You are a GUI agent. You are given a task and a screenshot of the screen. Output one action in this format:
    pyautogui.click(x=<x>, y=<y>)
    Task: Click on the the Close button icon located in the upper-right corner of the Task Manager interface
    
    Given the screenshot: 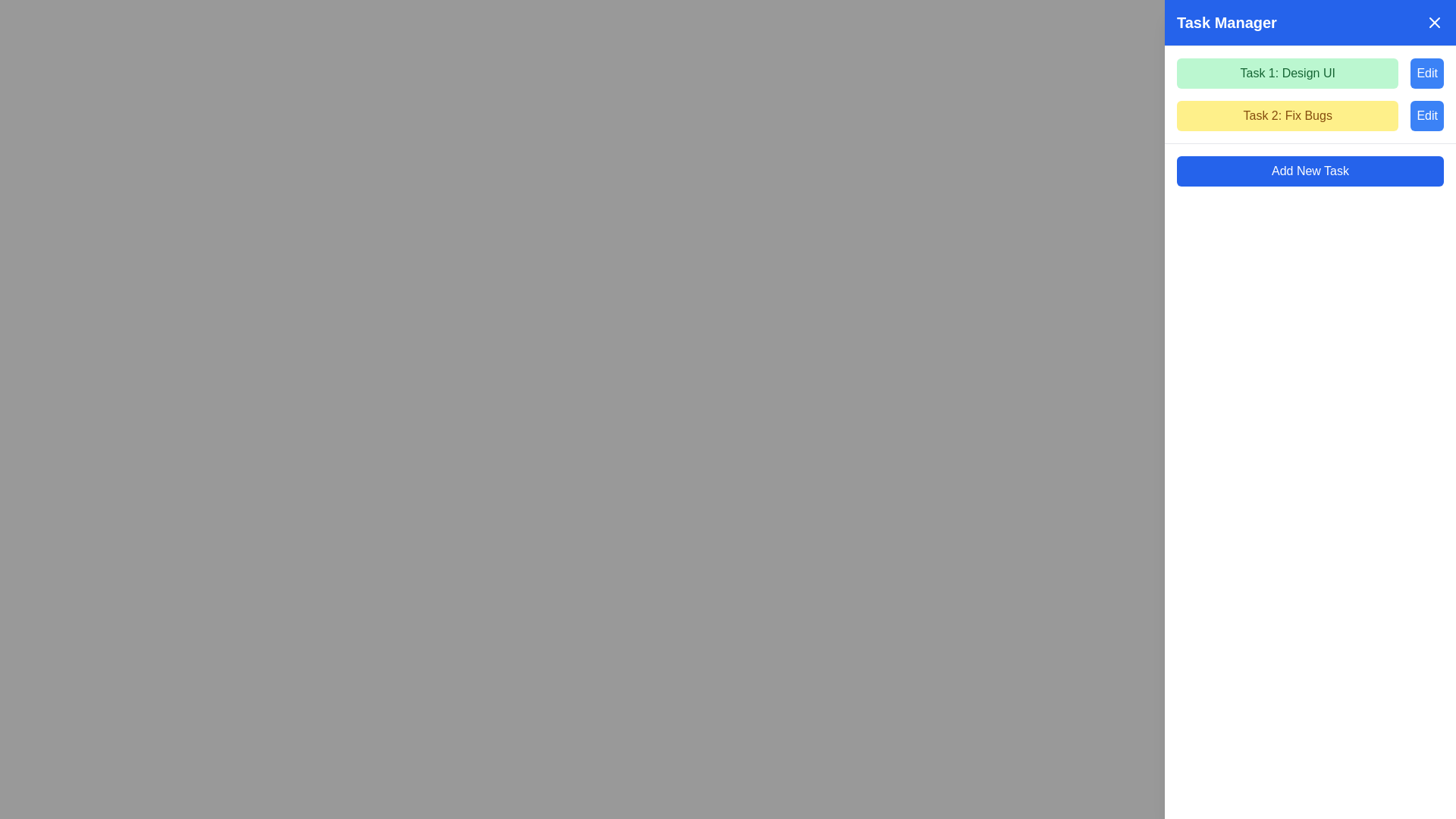 What is the action you would take?
    pyautogui.click(x=1433, y=23)
    